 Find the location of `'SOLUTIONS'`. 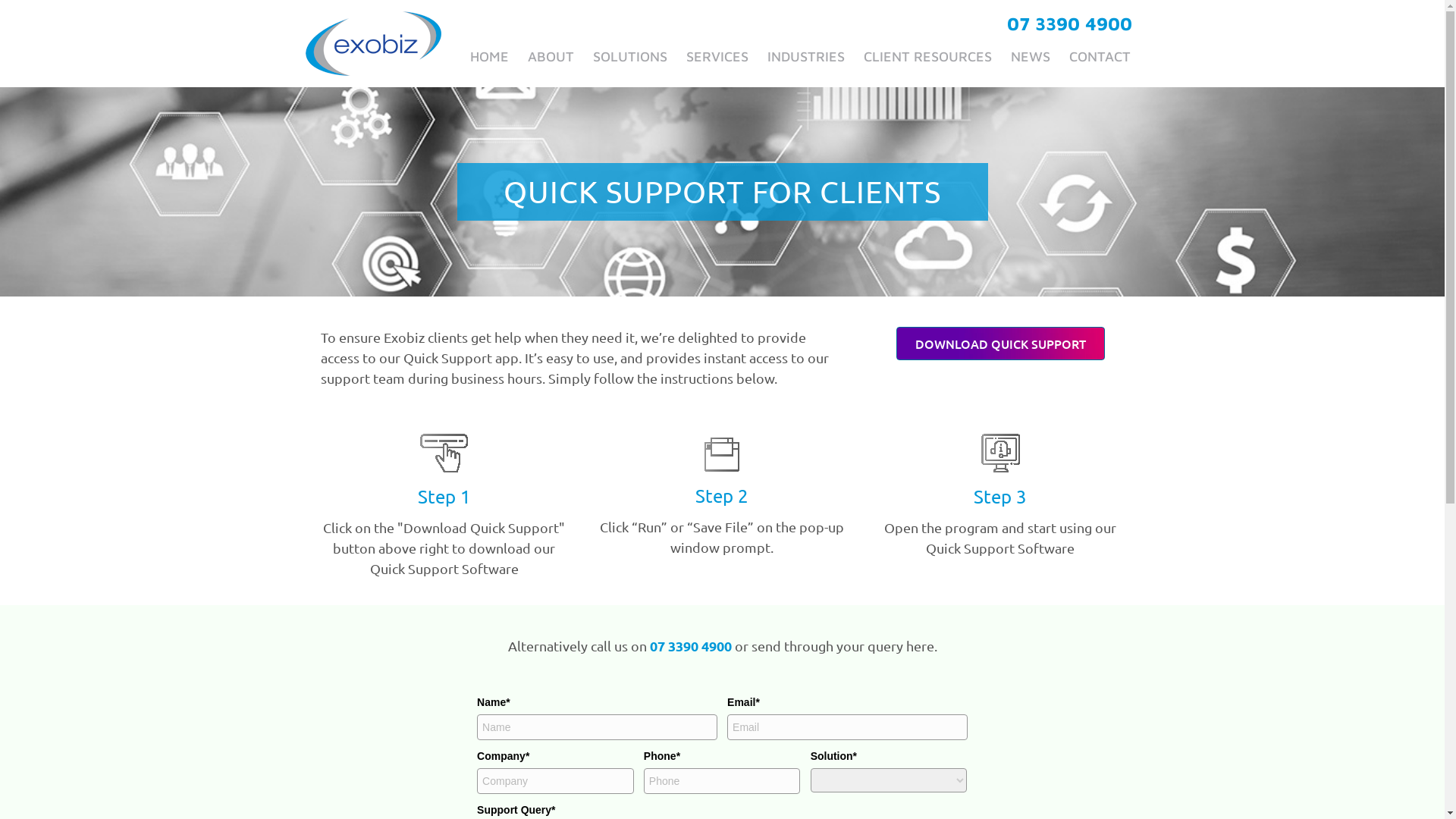

'SOLUTIONS' is located at coordinates (582, 55).